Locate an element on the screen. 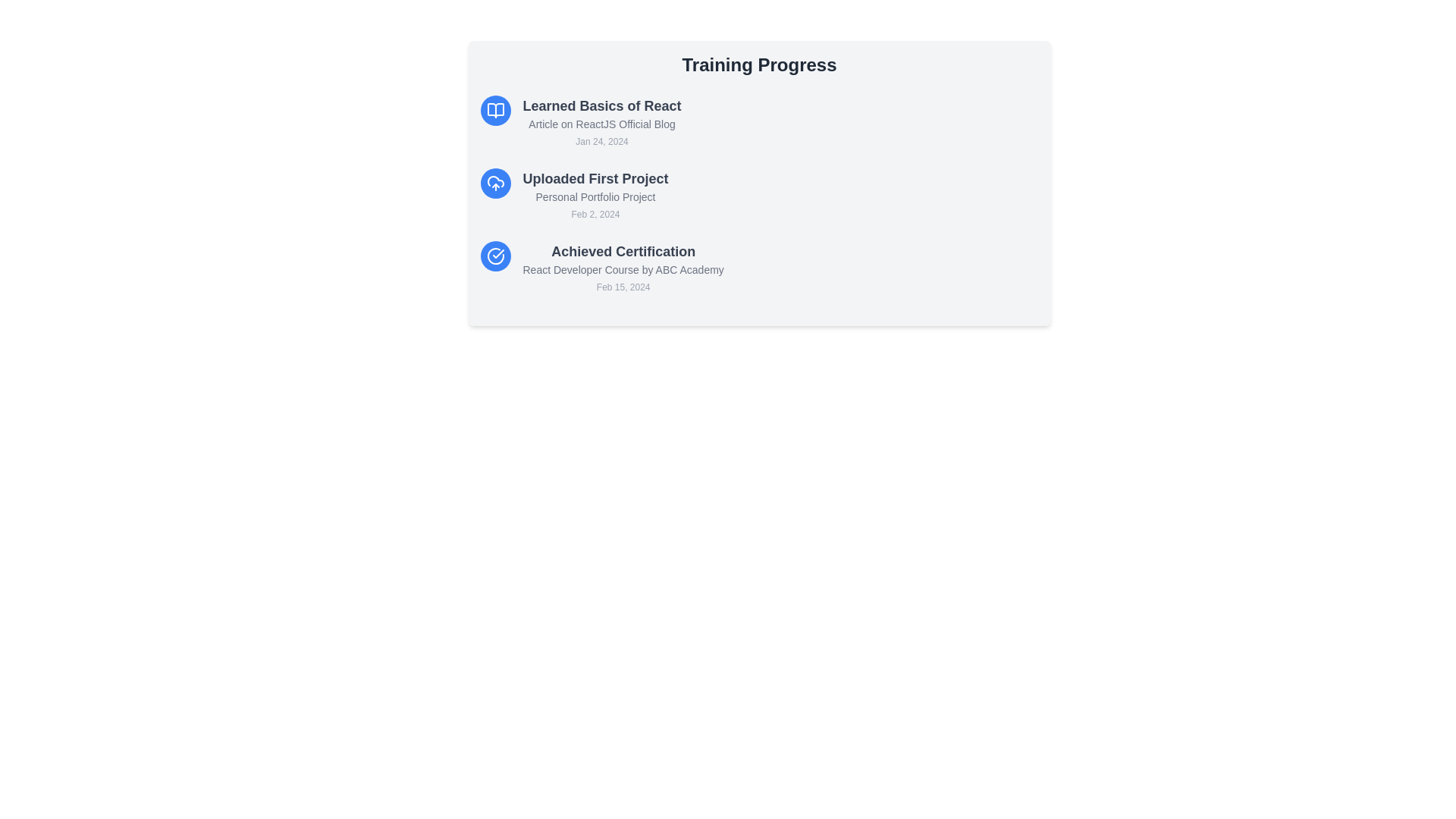 The image size is (1456, 819). the first three-line text block in the 'Training Progress' list, which describes a completed training step, located to the right of a blue book icon is located at coordinates (601, 122).